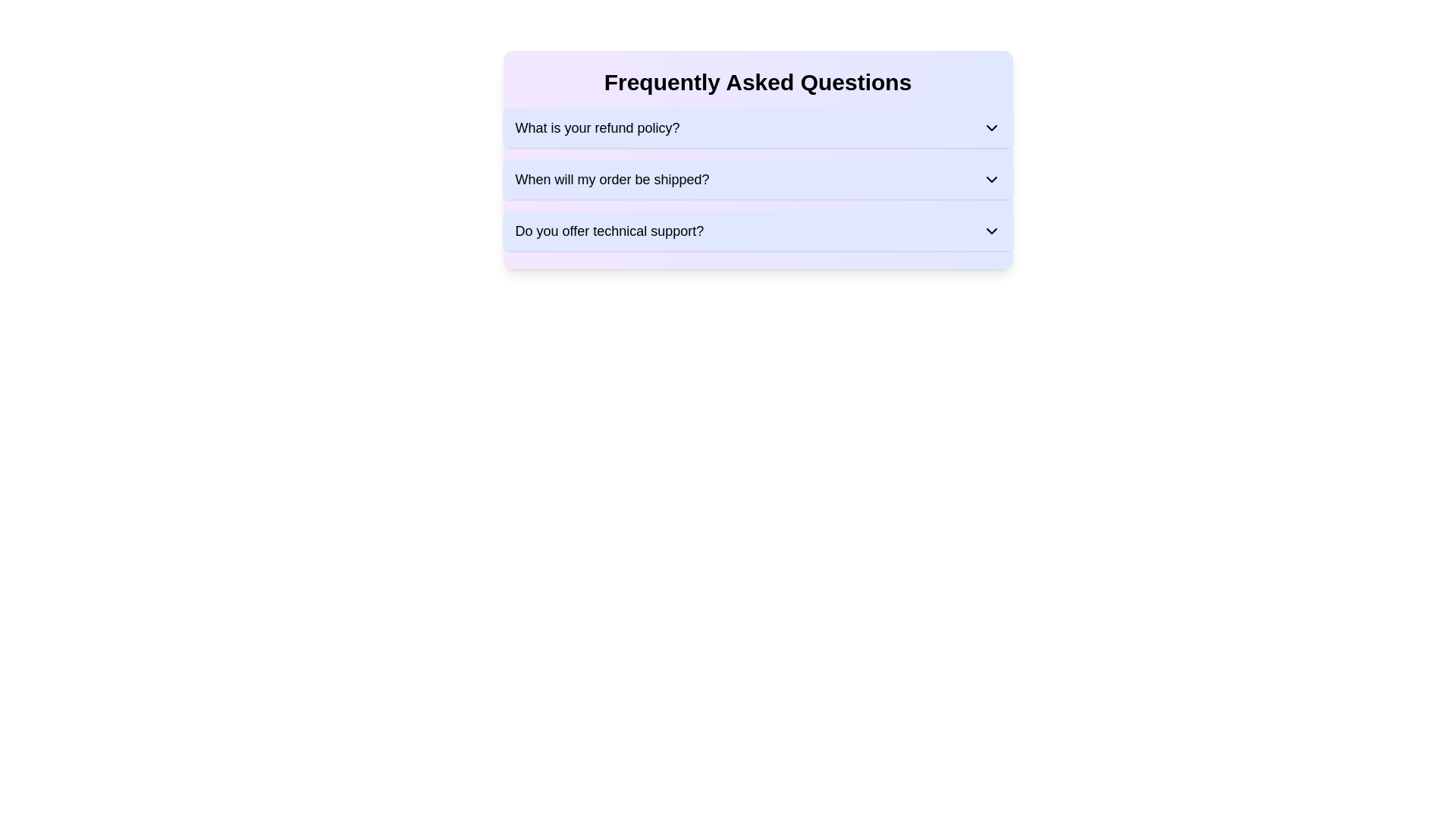 Image resolution: width=1456 pixels, height=819 pixels. Describe the element at coordinates (758, 82) in the screenshot. I see `the header text displaying 'Frequently Asked Questions'` at that location.